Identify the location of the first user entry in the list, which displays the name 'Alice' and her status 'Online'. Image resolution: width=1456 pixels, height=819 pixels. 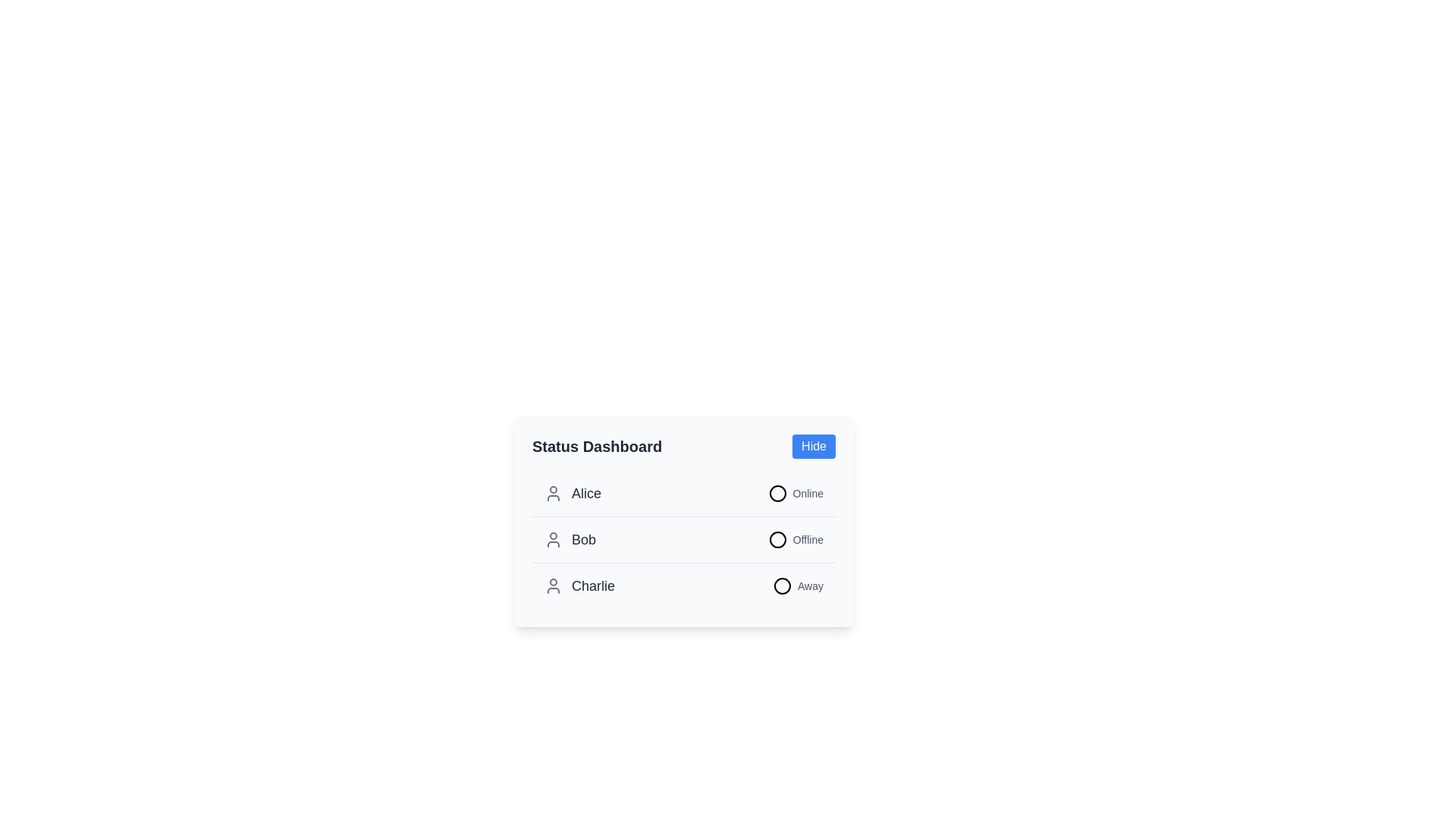
(683, 494).